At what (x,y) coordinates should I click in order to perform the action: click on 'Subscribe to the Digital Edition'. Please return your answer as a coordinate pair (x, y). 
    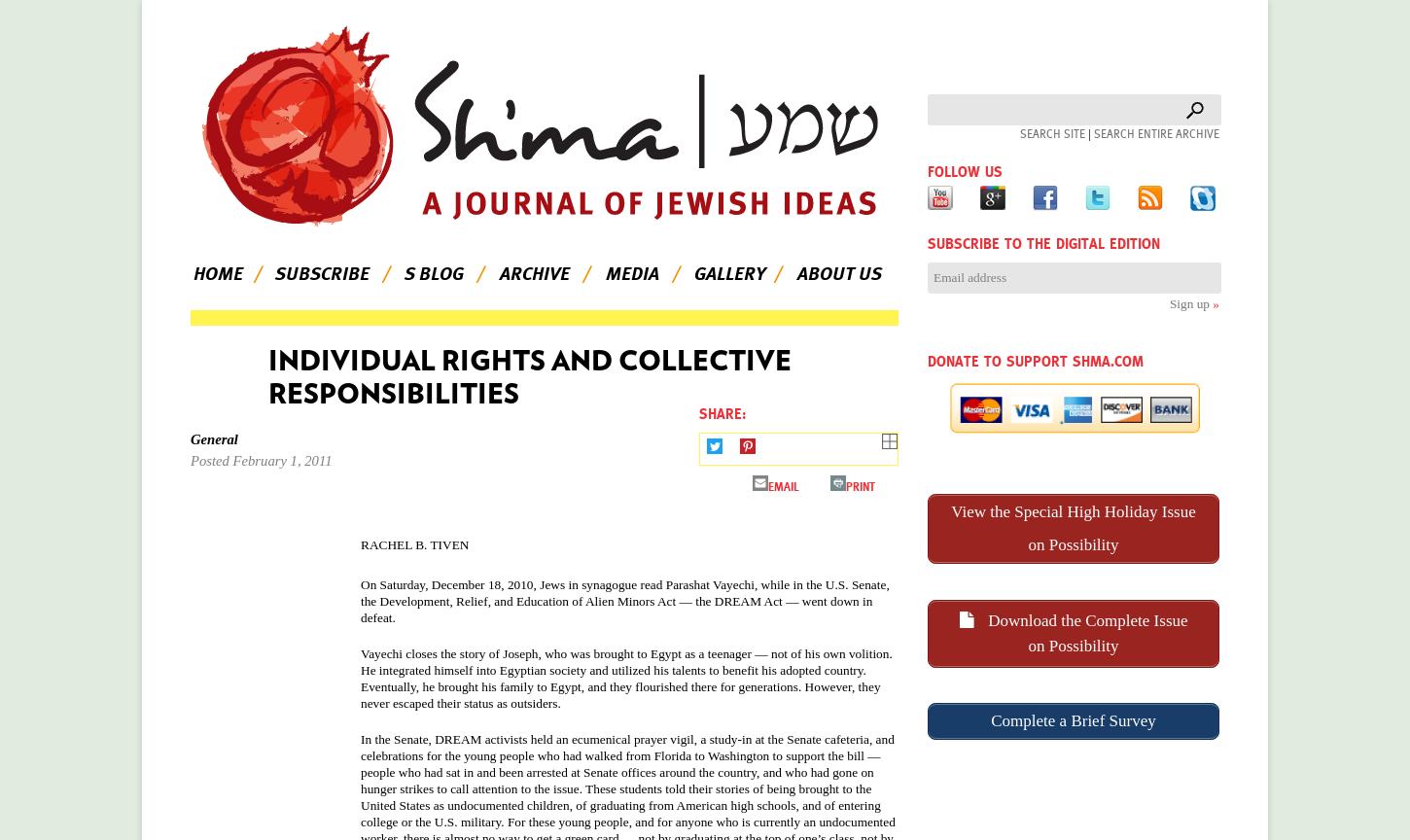
    Looking at the image, I should click on (926, 243).